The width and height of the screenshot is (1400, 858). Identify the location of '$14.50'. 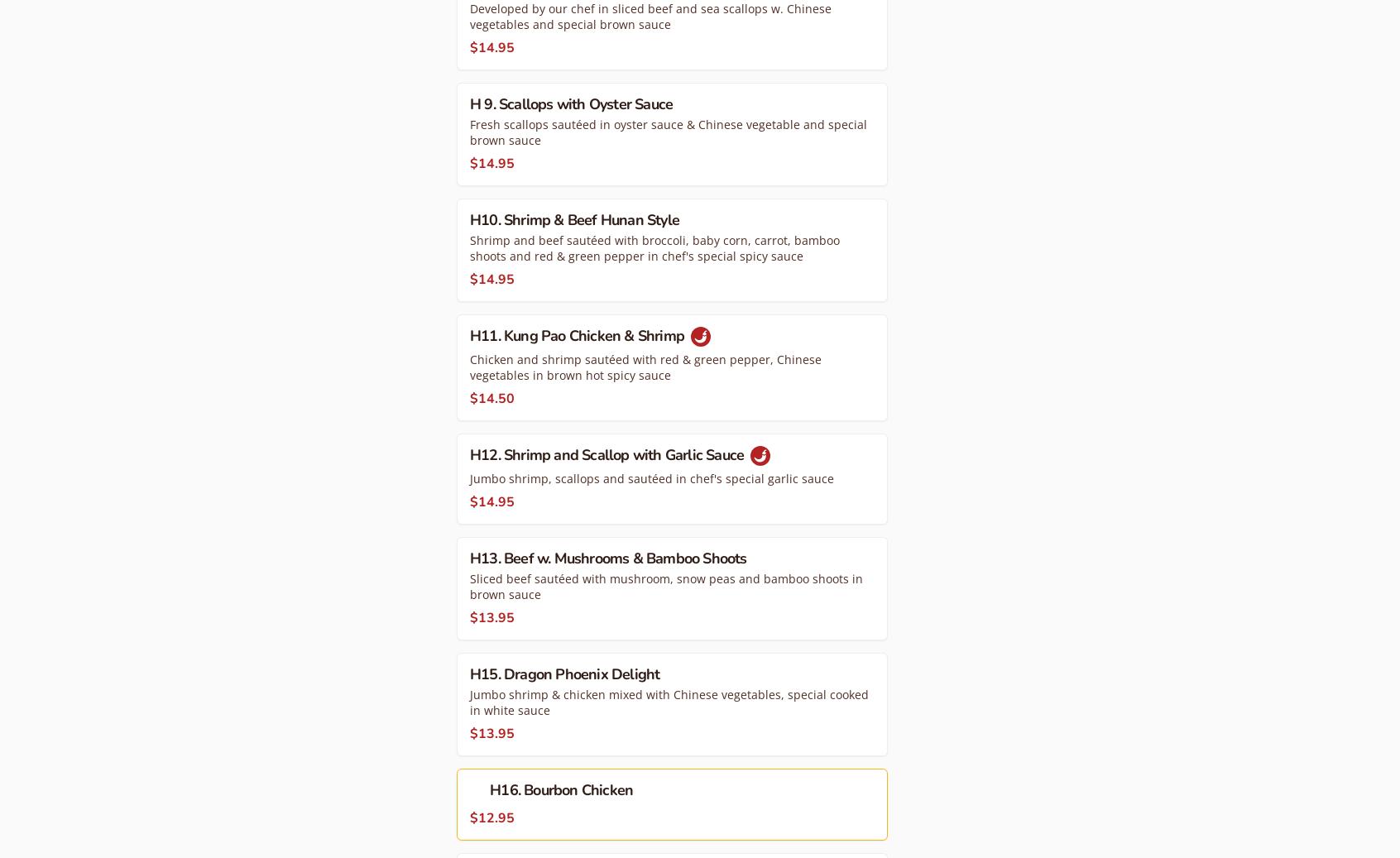
(491, 396).